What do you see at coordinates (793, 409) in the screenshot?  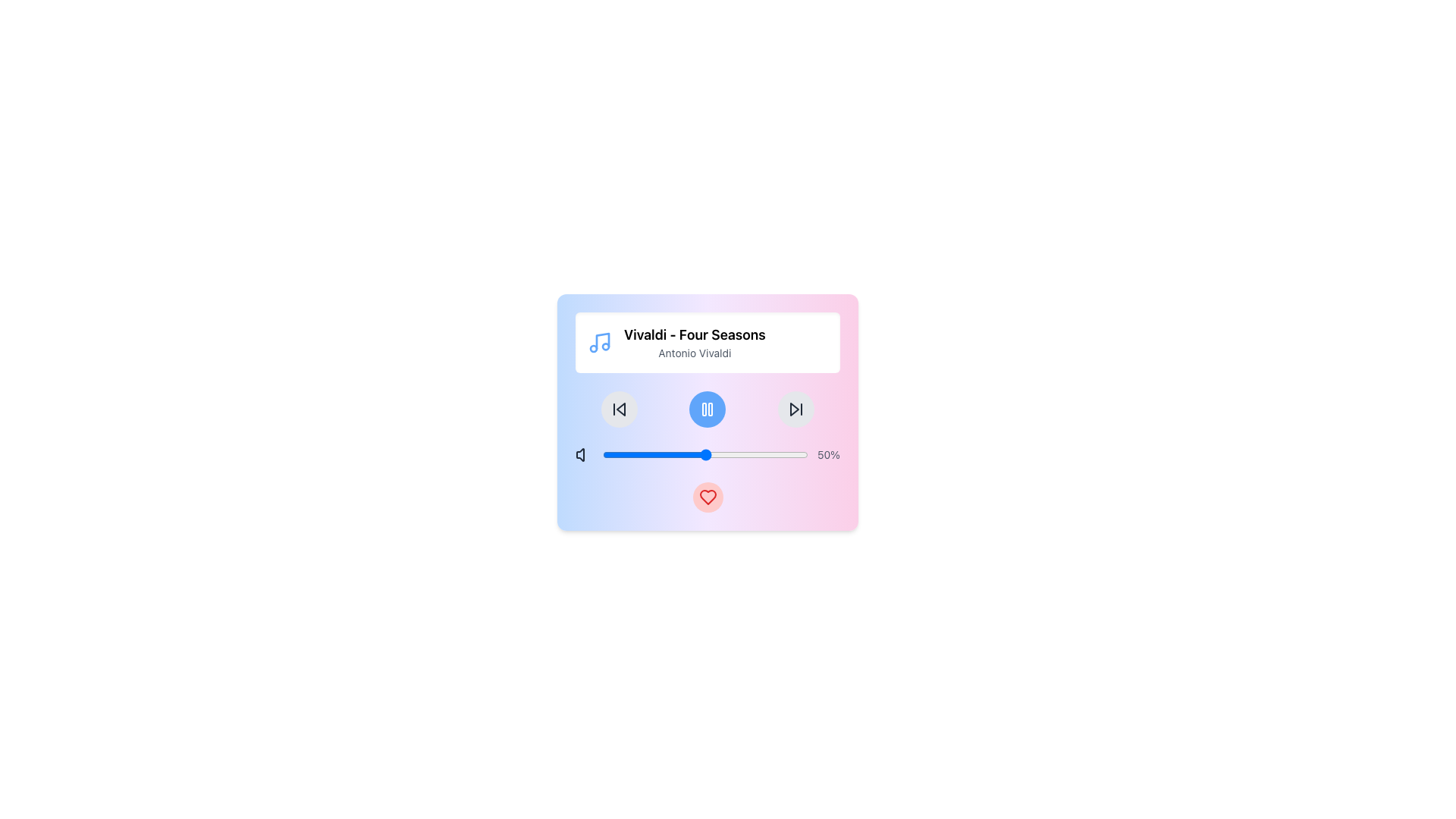 I see `the 'Next' button, which is a triangular element located on the right side of the music player control panel, third from the left among a row of circular buttons, to skip to the next media item` at bounding box center [793, 409].